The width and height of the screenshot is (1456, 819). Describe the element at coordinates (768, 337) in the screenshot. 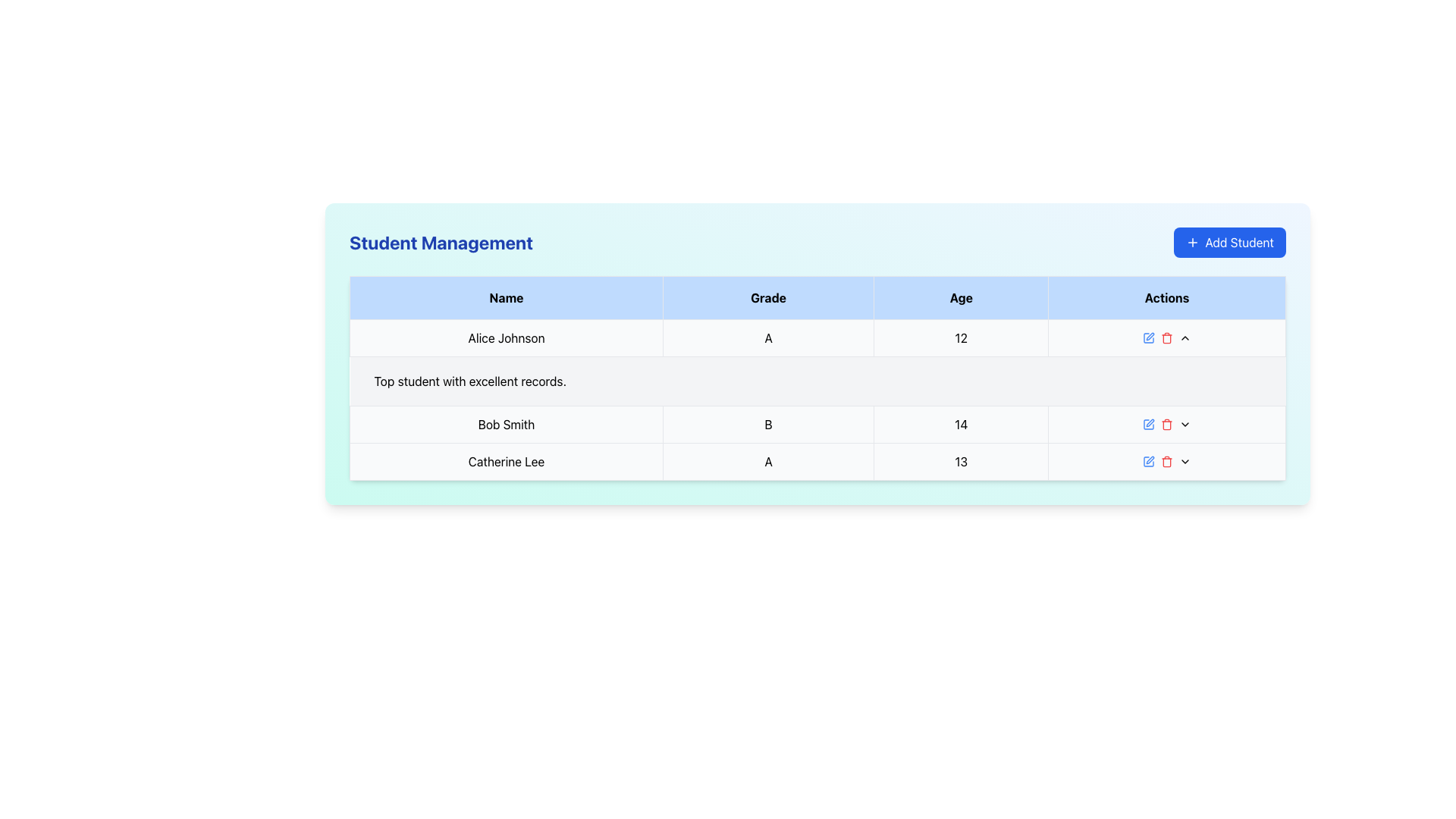

I see `the static text element displaying the character 'A' in the 'Grade' column of the table, which is centered within a light gray rectangular UI component` at that location.